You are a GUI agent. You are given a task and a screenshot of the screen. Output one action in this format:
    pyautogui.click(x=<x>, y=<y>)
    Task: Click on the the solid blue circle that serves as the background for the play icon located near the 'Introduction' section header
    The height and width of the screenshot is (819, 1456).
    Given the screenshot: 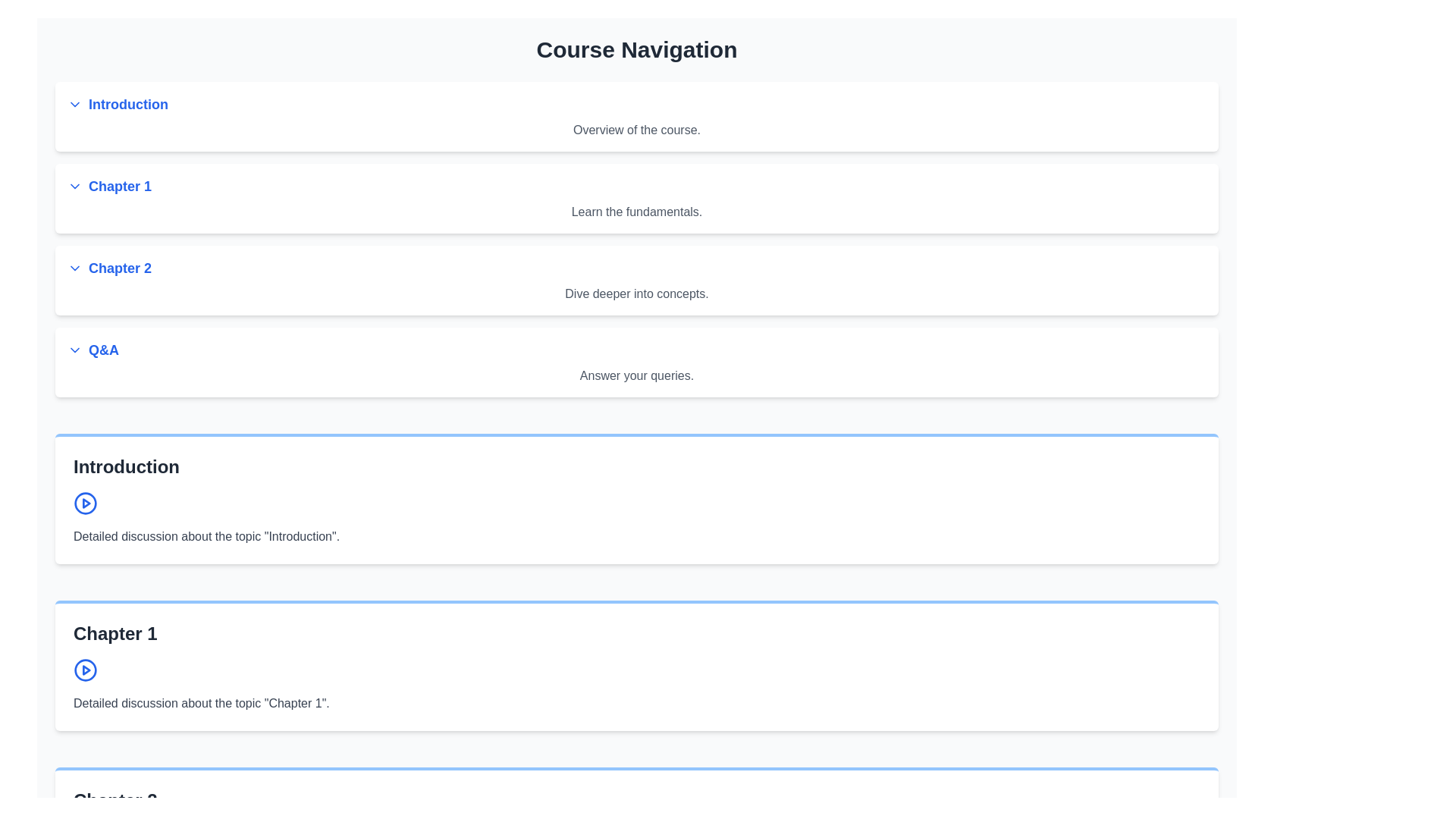 What is the action you would take?
    pyautogui.click(x=85, y=503)
    